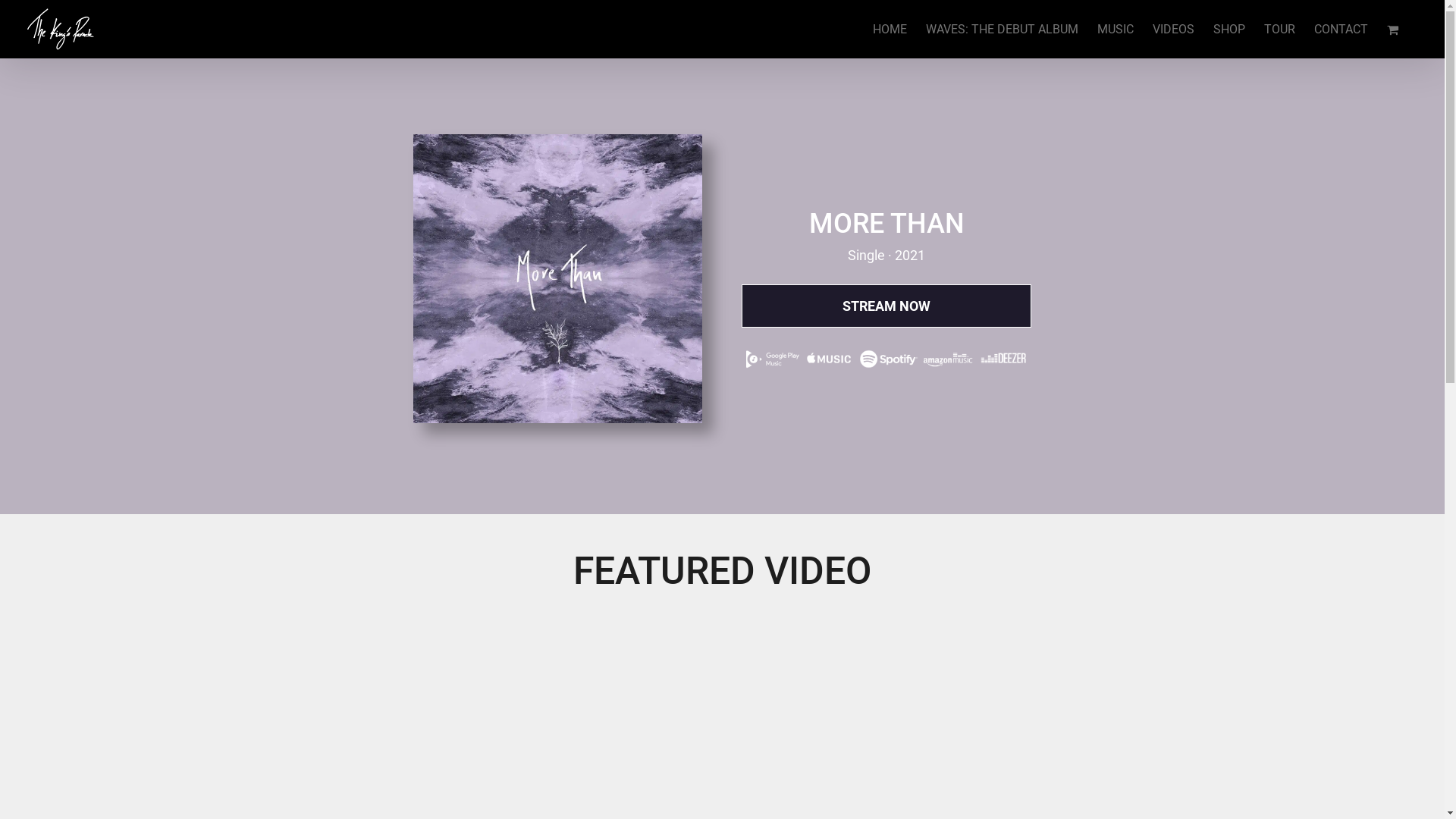 This screenshot has height=819, width=1456. Describe the element at coordinates (1115, 29) in the screenshot. I see `'MUSIC'` at that location.